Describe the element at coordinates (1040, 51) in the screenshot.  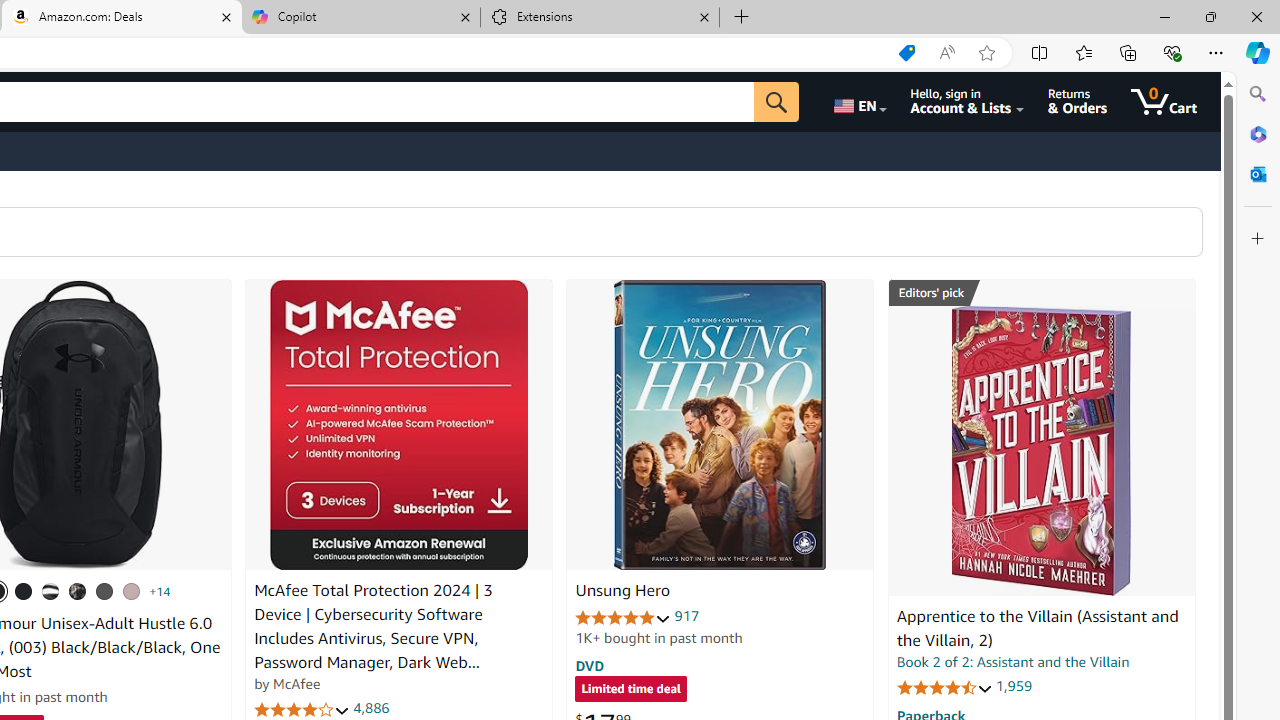
I see `'Split screen'` at that location.